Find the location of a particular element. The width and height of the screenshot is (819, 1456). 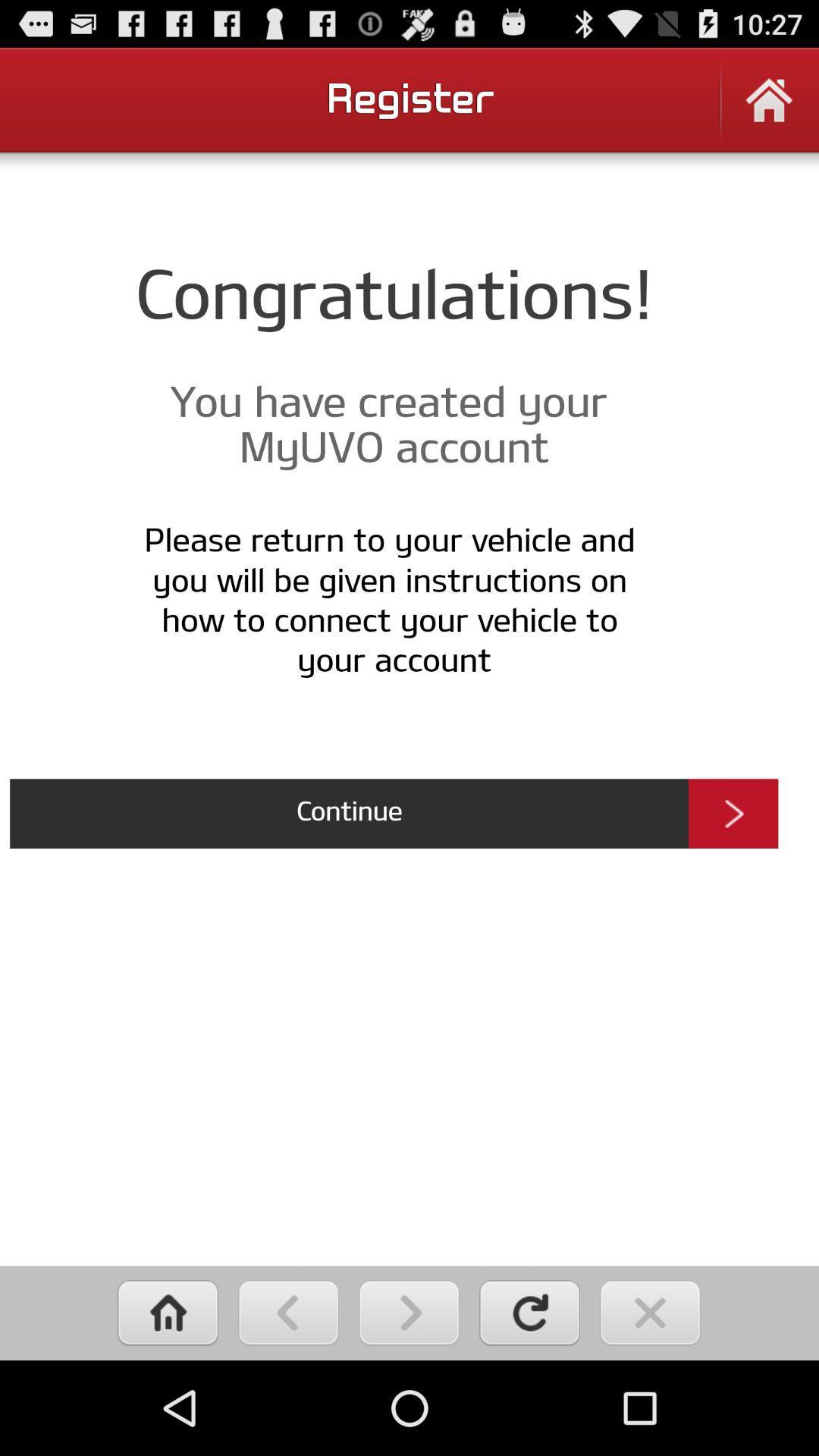

go back is located at coordinates (288, 1312).